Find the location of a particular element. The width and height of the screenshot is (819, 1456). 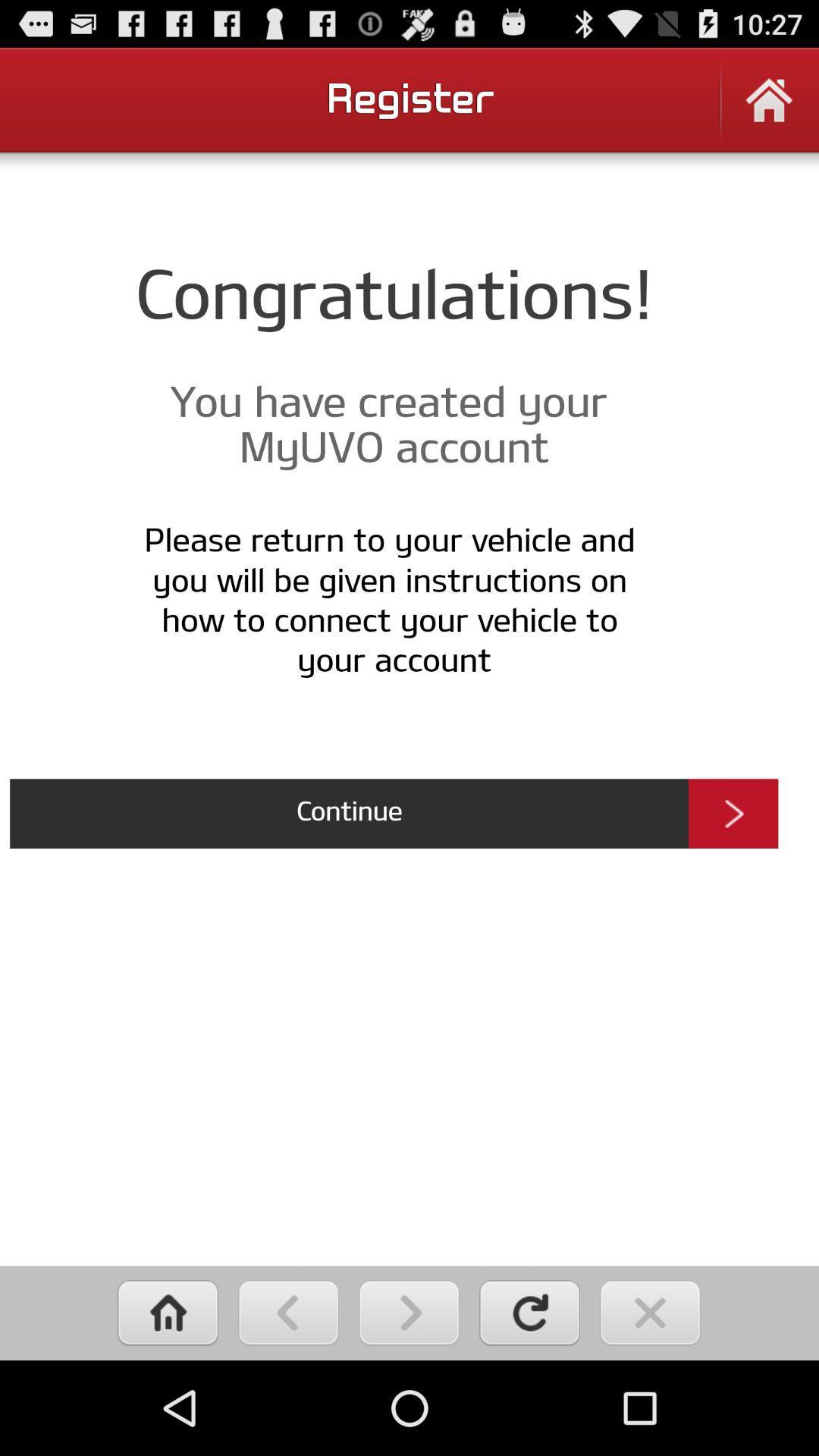

go back is located at coordinates (288, 1312).